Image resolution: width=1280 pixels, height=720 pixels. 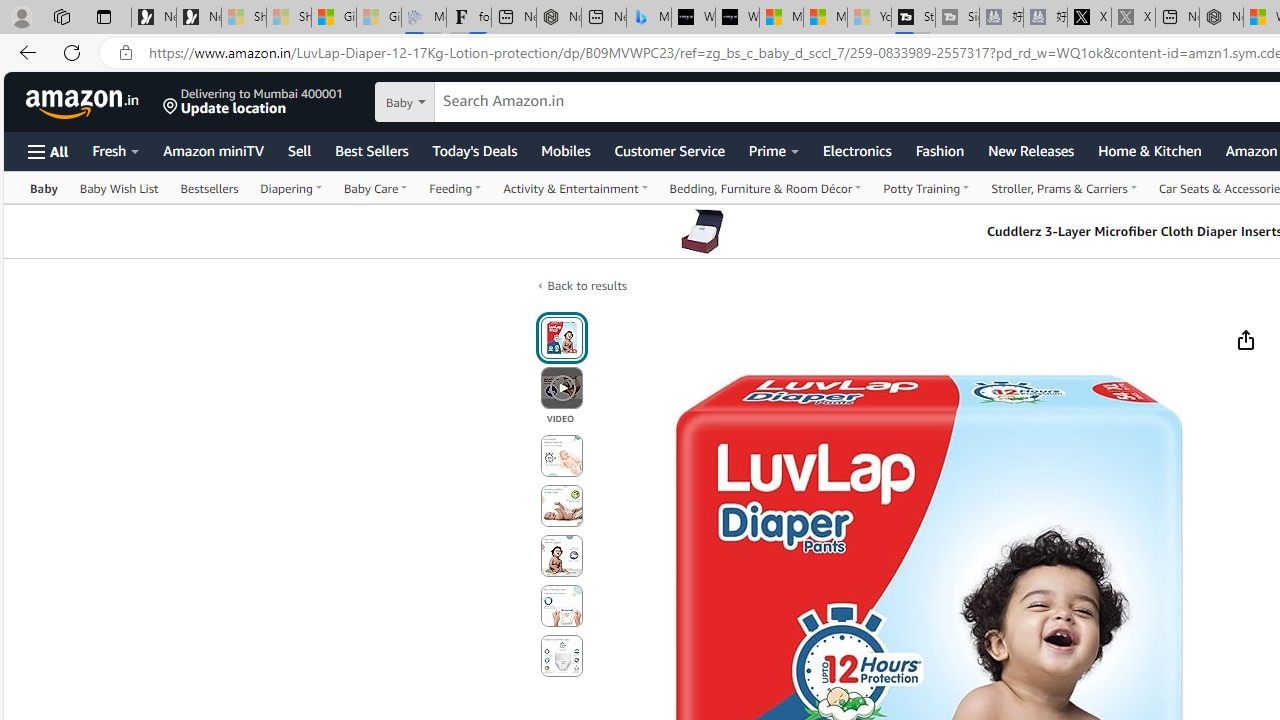 I want to click on 'What', so click(x=736, y=17).